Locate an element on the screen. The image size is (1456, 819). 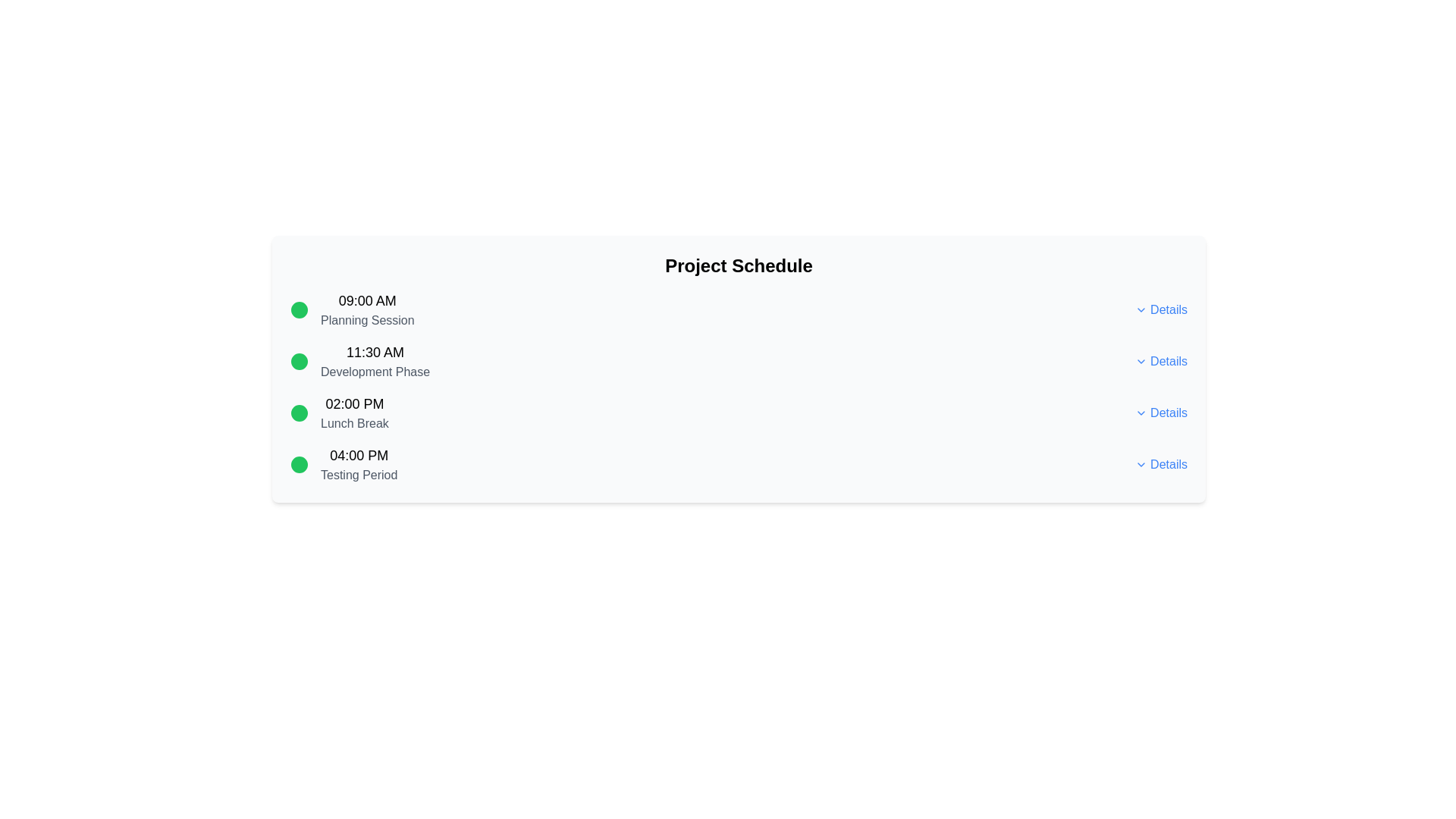
the time entry text displaying '02:00 PM' for the Lunch Break in the vertical schedule list is located at coordinates (353, 403).